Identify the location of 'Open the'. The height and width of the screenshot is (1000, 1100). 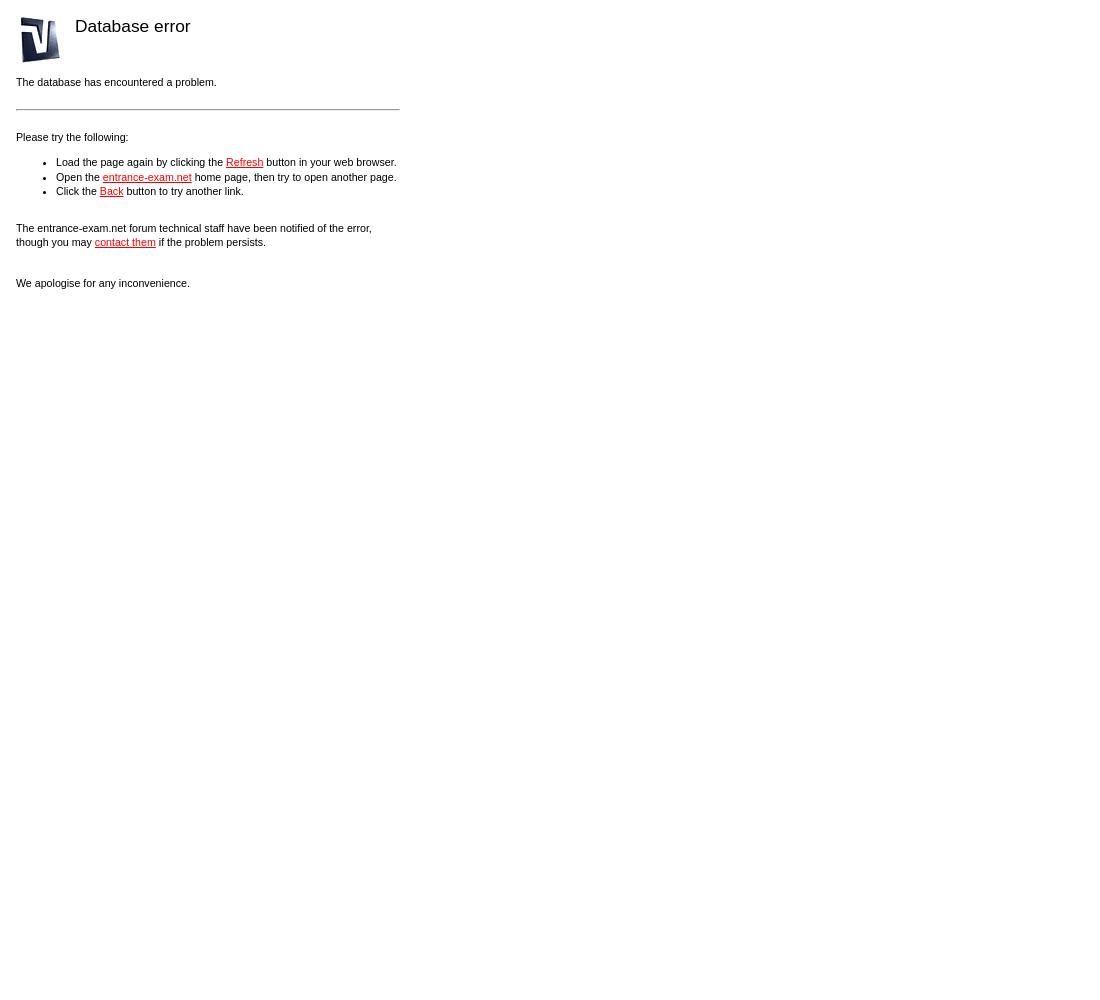
(78, 176).